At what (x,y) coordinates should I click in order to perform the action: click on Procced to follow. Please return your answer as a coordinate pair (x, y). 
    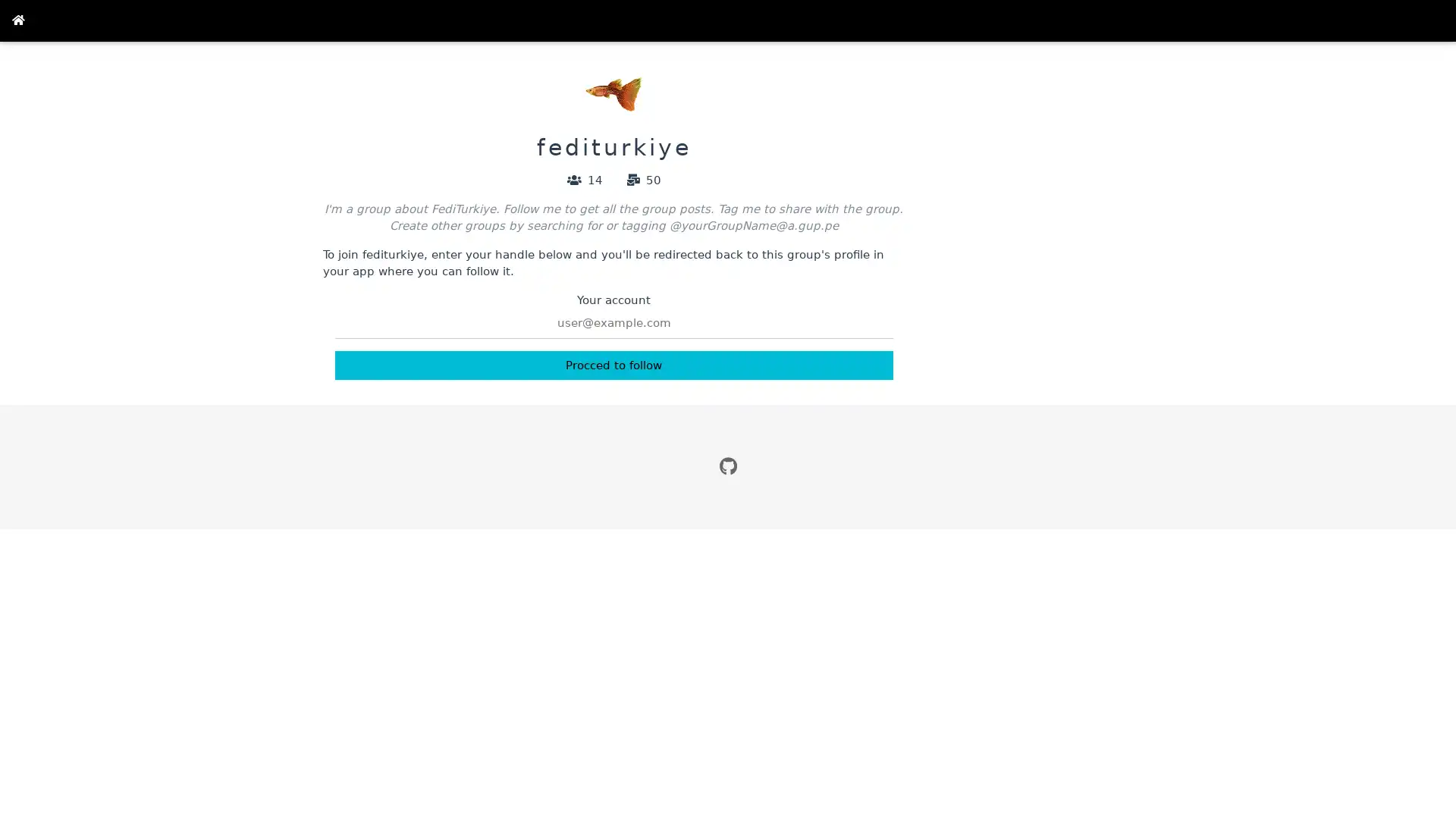
    Looking at the image, I should click on (613, 365).